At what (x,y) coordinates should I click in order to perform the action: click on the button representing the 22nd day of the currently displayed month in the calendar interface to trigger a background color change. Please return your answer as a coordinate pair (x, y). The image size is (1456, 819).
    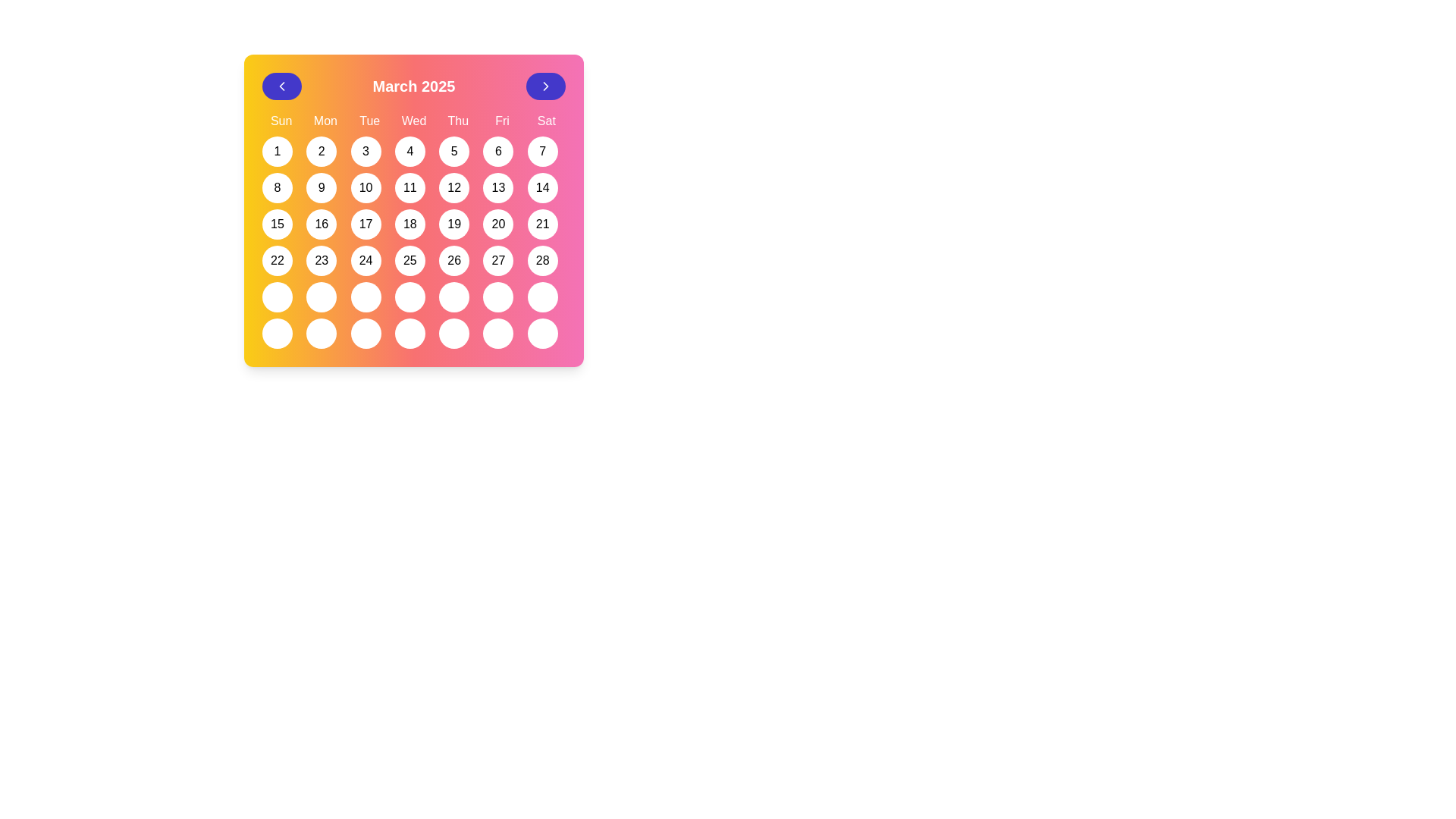
    Looking at the image, I should click on (277, 259).